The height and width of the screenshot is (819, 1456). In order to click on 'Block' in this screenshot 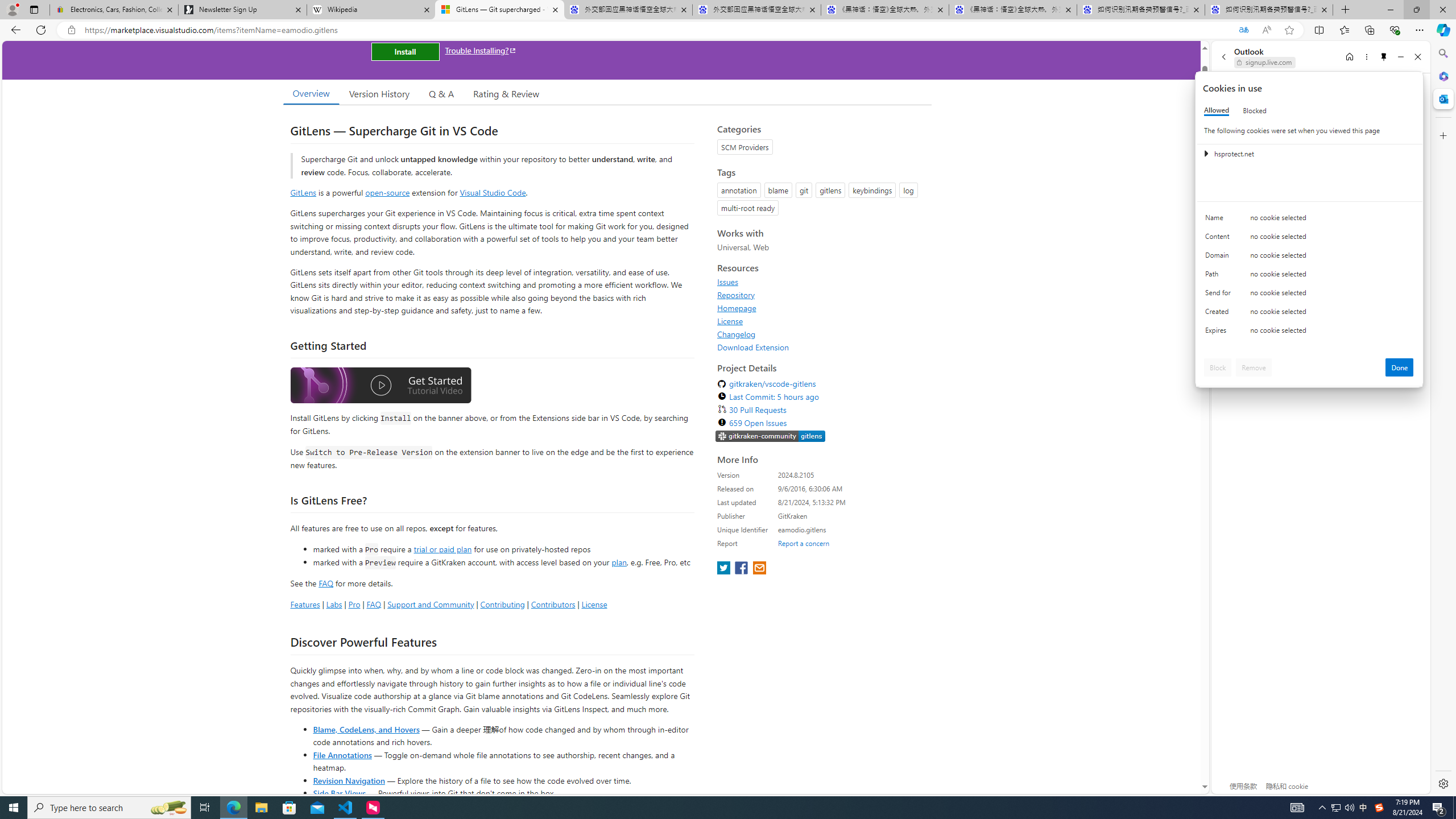, I will do `click(1217, 367)`.